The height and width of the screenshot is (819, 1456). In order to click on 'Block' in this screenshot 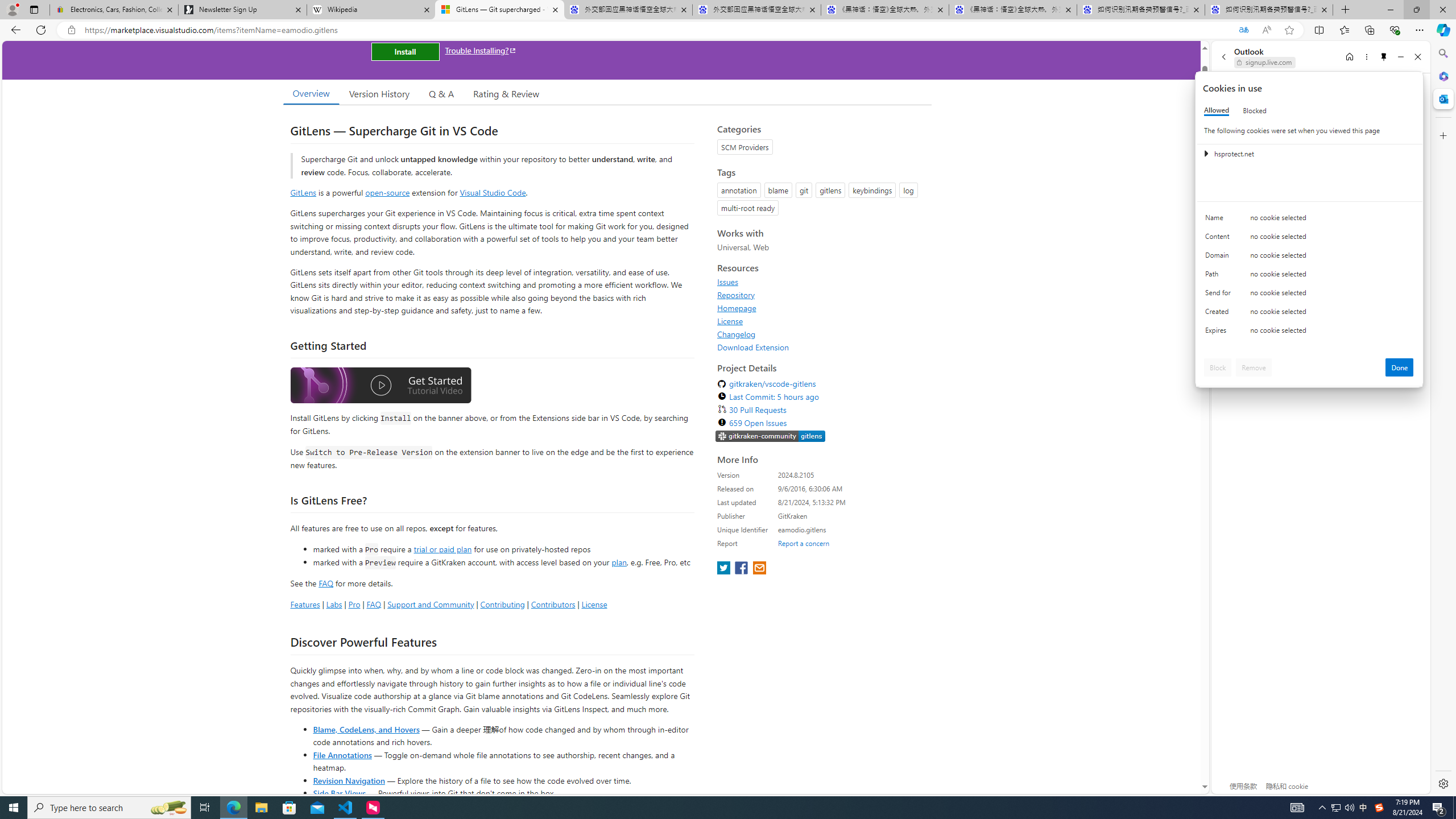, I will do `click(1217, 367)`.